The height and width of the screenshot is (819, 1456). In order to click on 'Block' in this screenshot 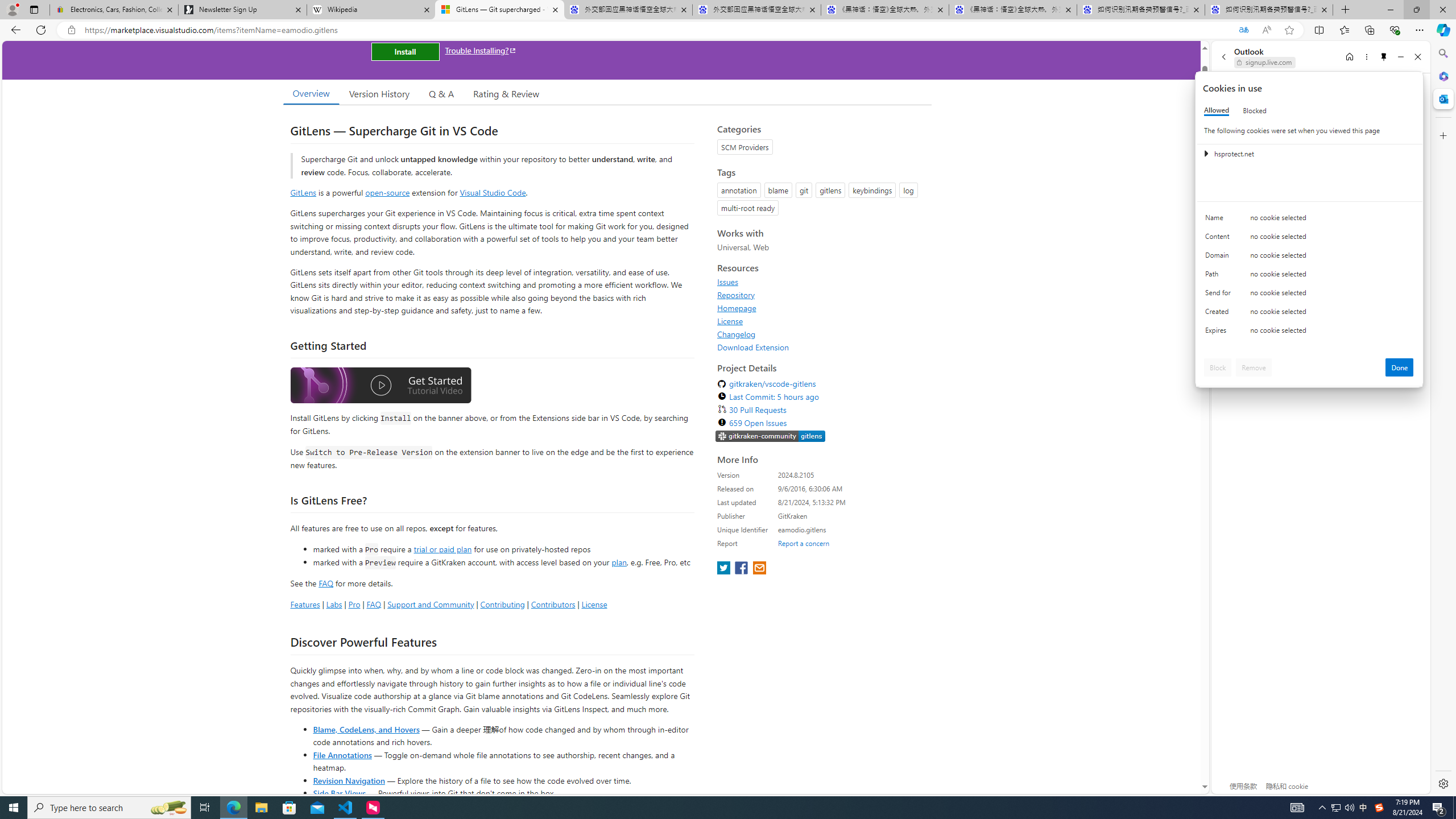, I will do `click(1217, 367)`.